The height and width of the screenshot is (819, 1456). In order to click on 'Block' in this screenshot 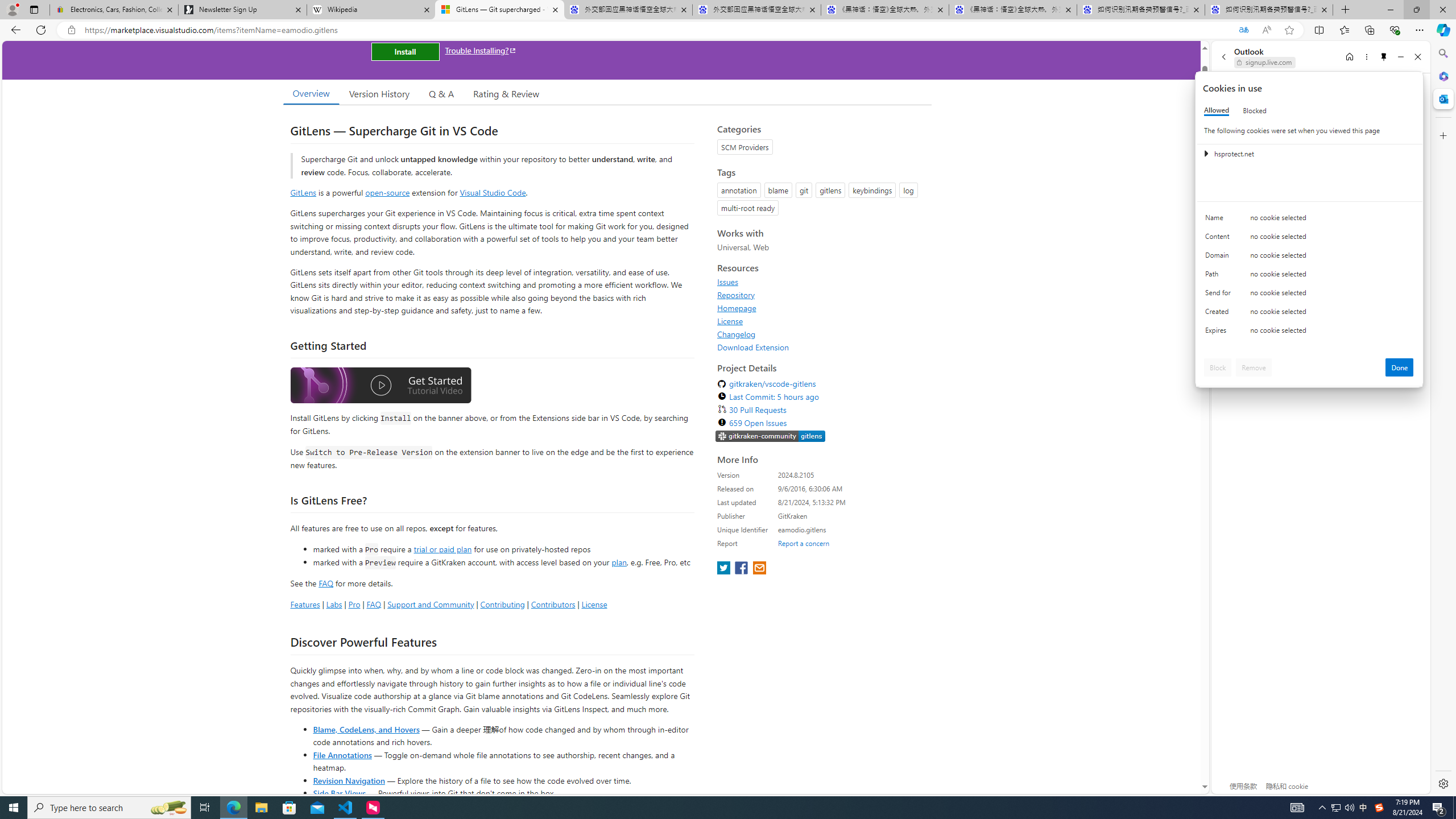, I will do `click(1217, 367)`.